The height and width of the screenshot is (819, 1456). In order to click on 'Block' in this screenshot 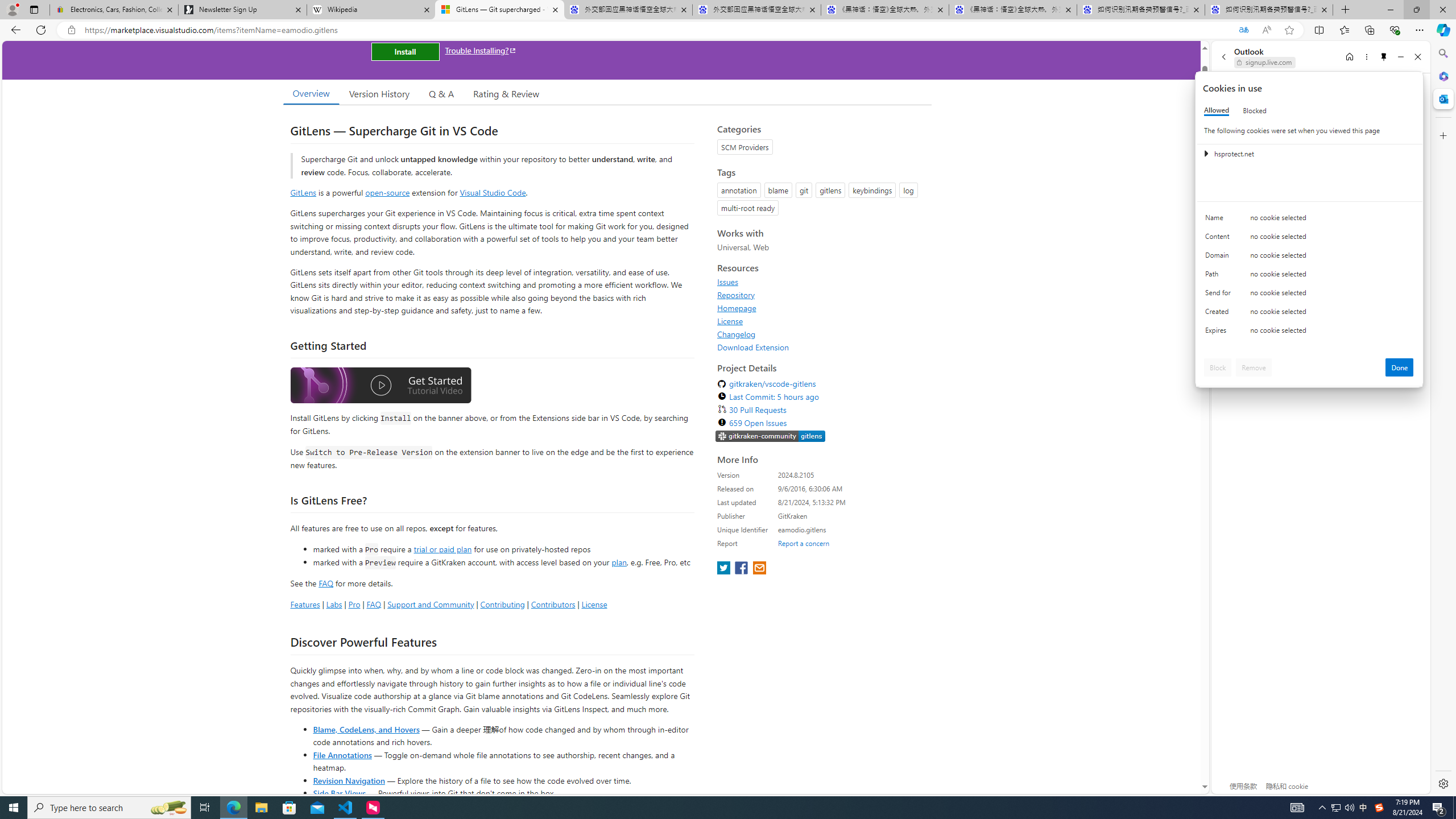, I will do `click(1217, 367)`.